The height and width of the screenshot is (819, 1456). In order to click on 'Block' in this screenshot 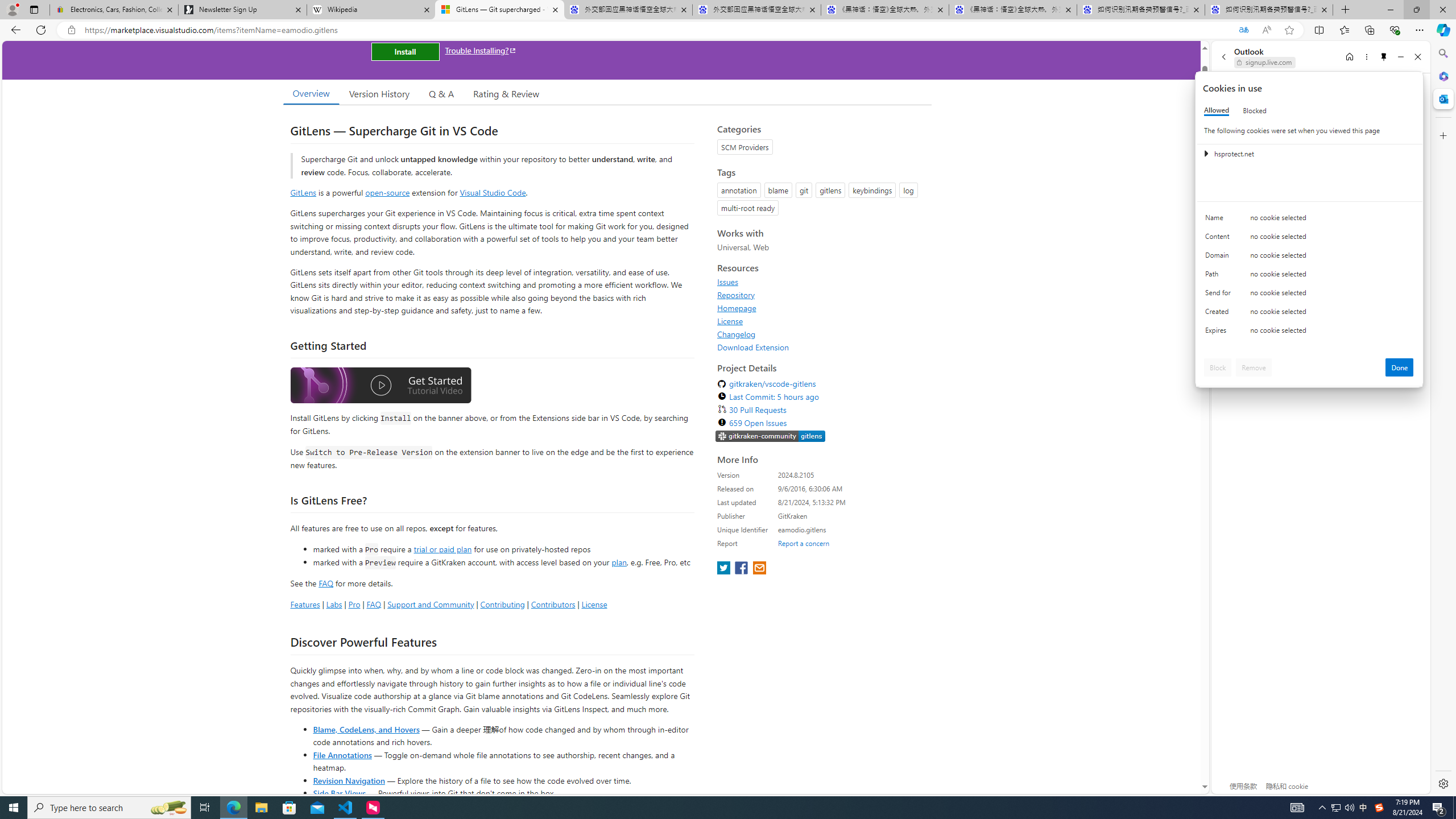, I will do `click(1217, 367)`.